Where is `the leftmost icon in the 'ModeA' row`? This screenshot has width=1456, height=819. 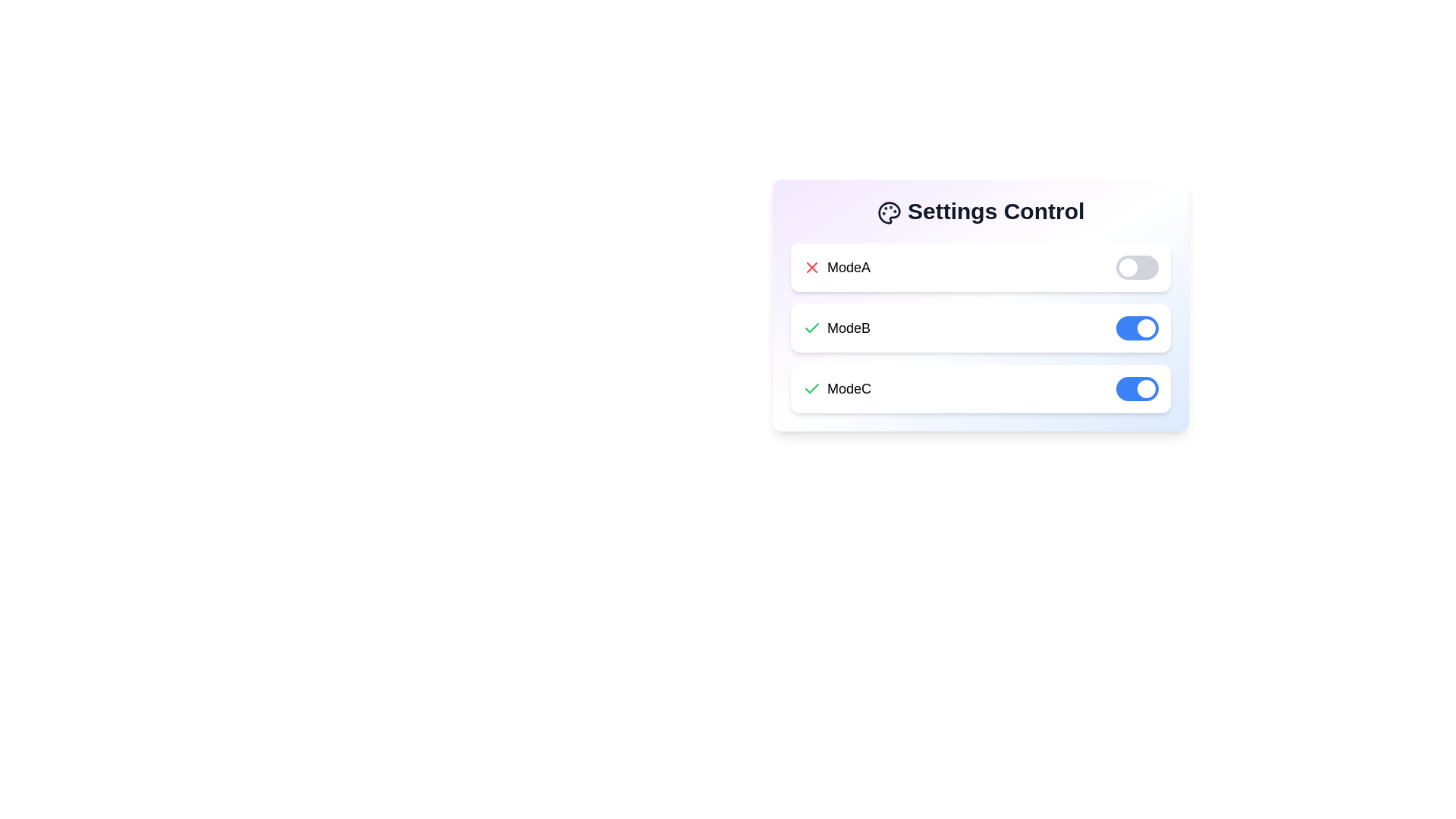
the leftmost icon in the 'ModeA' row is located at coordinates (811, 267).